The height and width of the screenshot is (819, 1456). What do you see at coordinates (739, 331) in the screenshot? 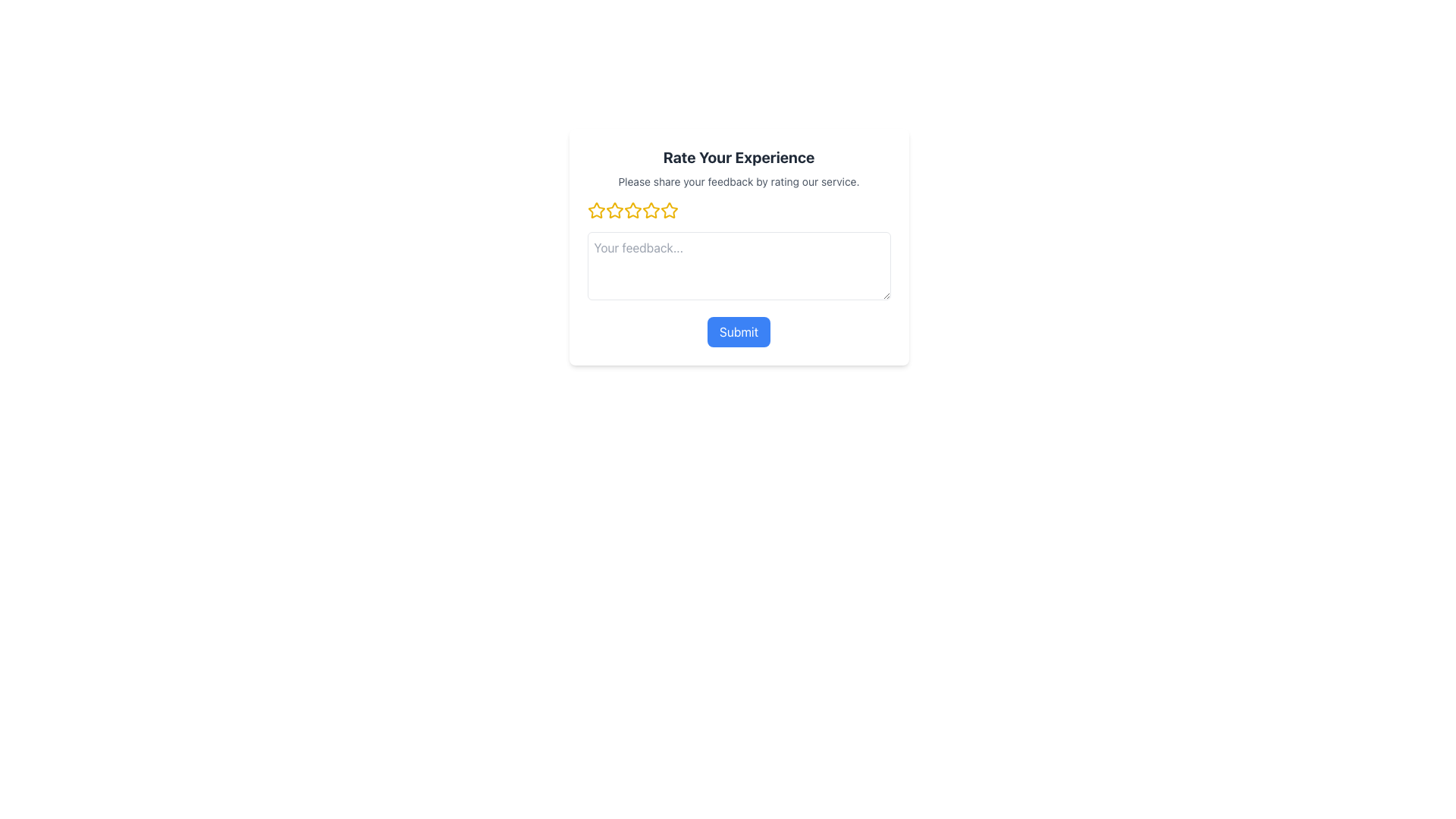
I see `the 'Submit' button with a blue background and white text` at bounding box center [739, 331].